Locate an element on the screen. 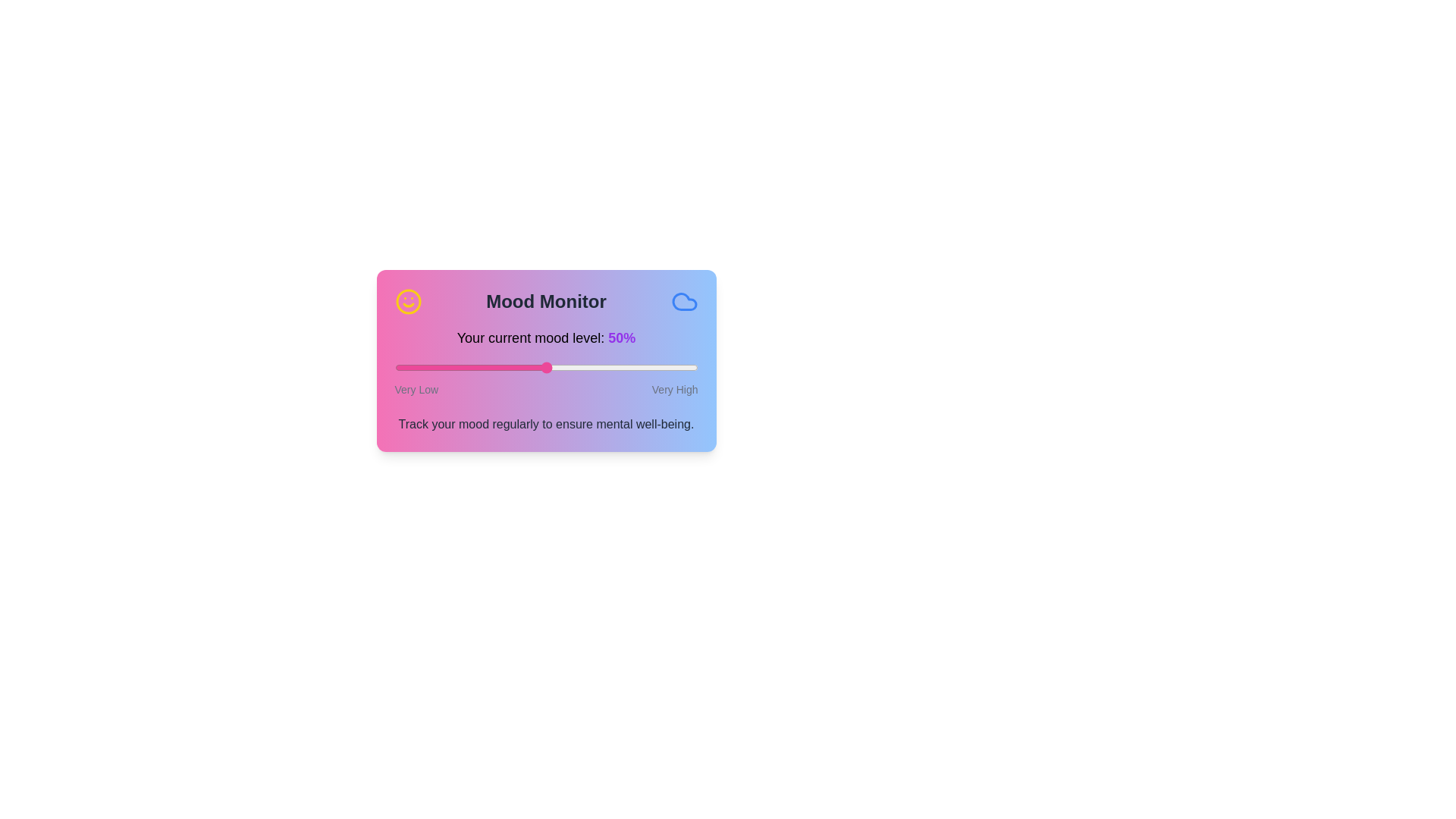 This screenshot has width=1456, height=819. the mood slider to set the mood level to 16% is located at coordinates (442, 368).